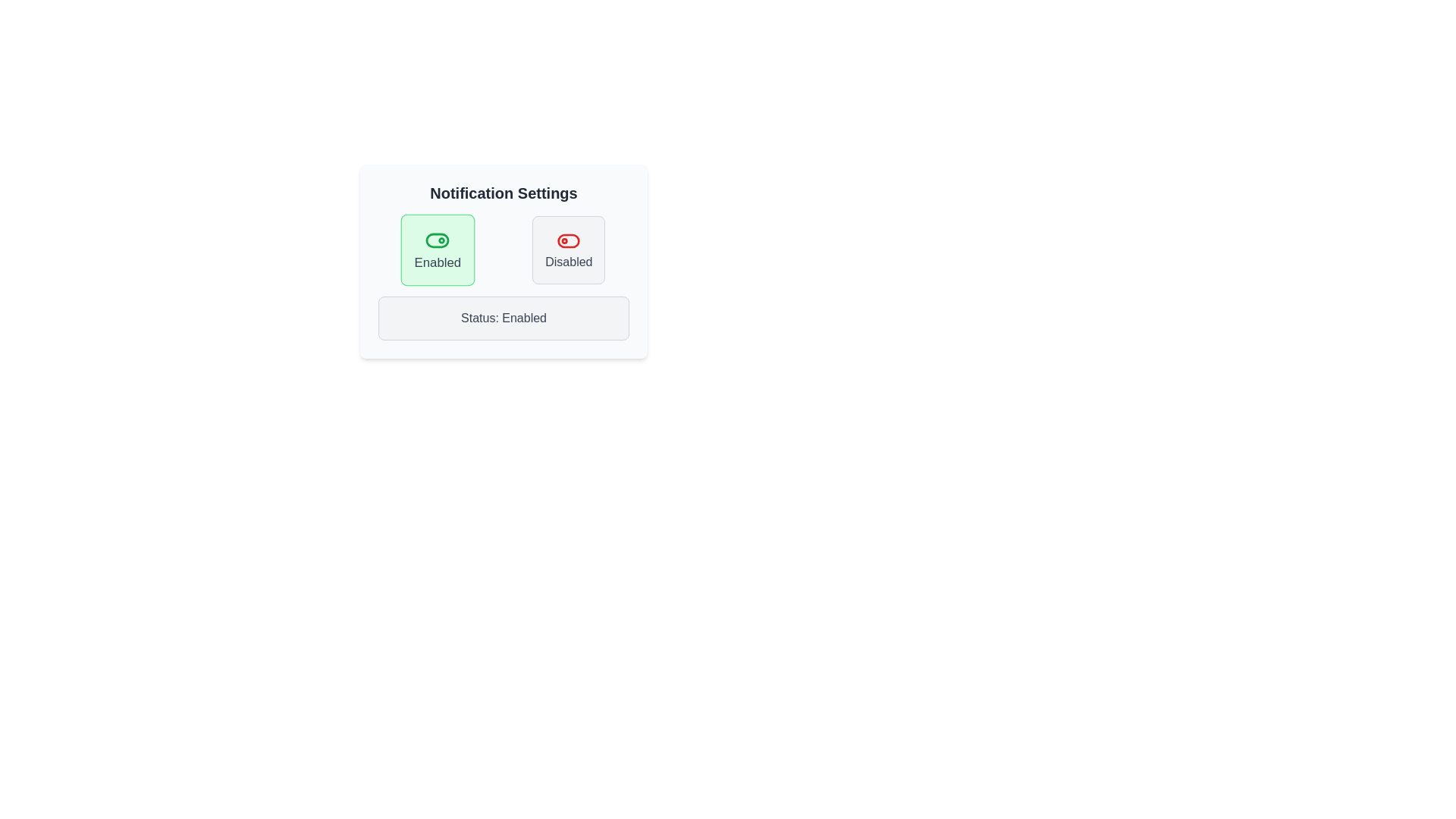 This screenshot has width=1456, height=819. I want to click on the Toggle group component labeled 'Enabled' and 'Disabled', so click(504, 249).